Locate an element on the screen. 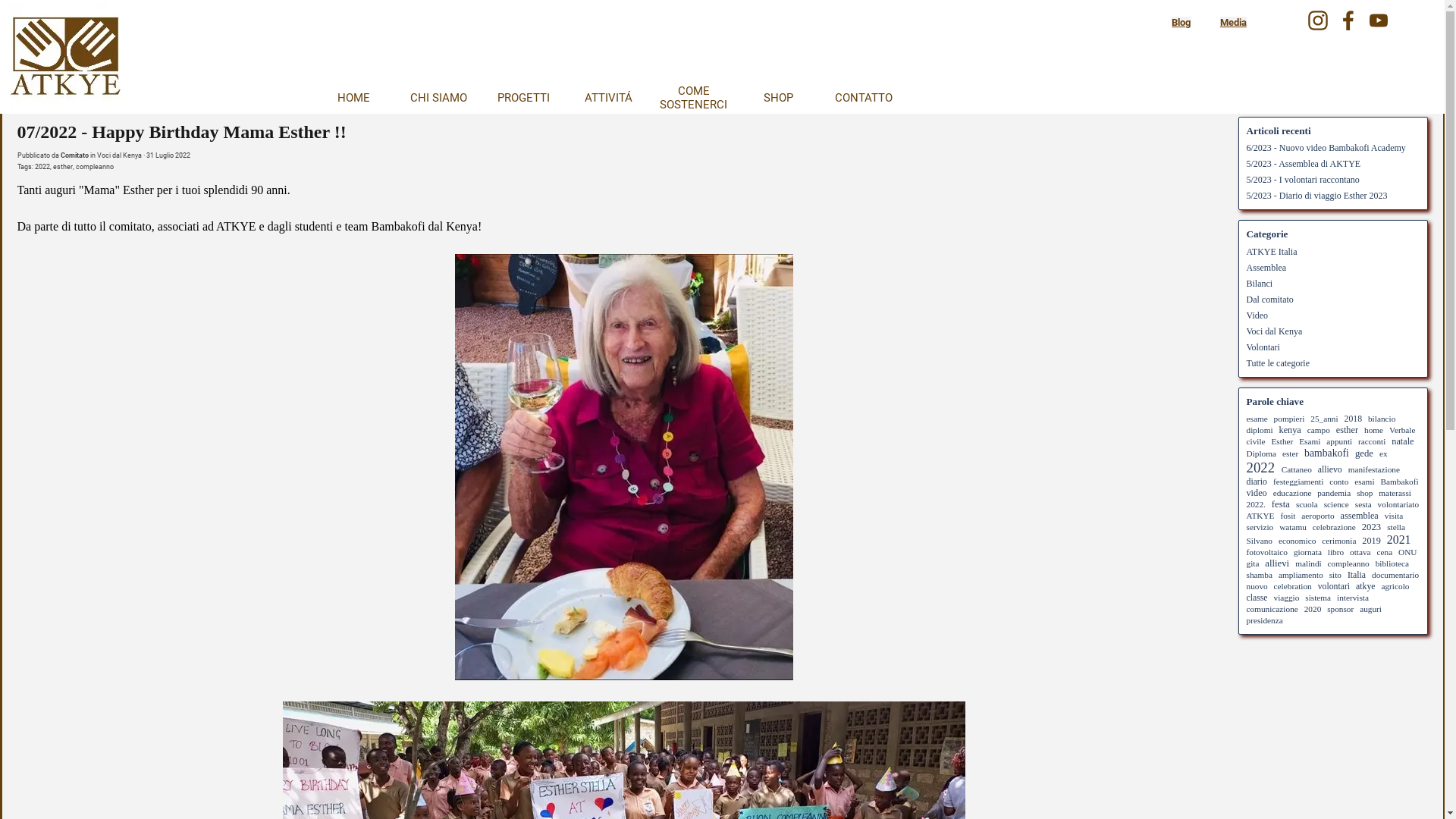 The width and height of the screenshot is (1456, 819). 'SHOP' is located at coordinates (778, 97).